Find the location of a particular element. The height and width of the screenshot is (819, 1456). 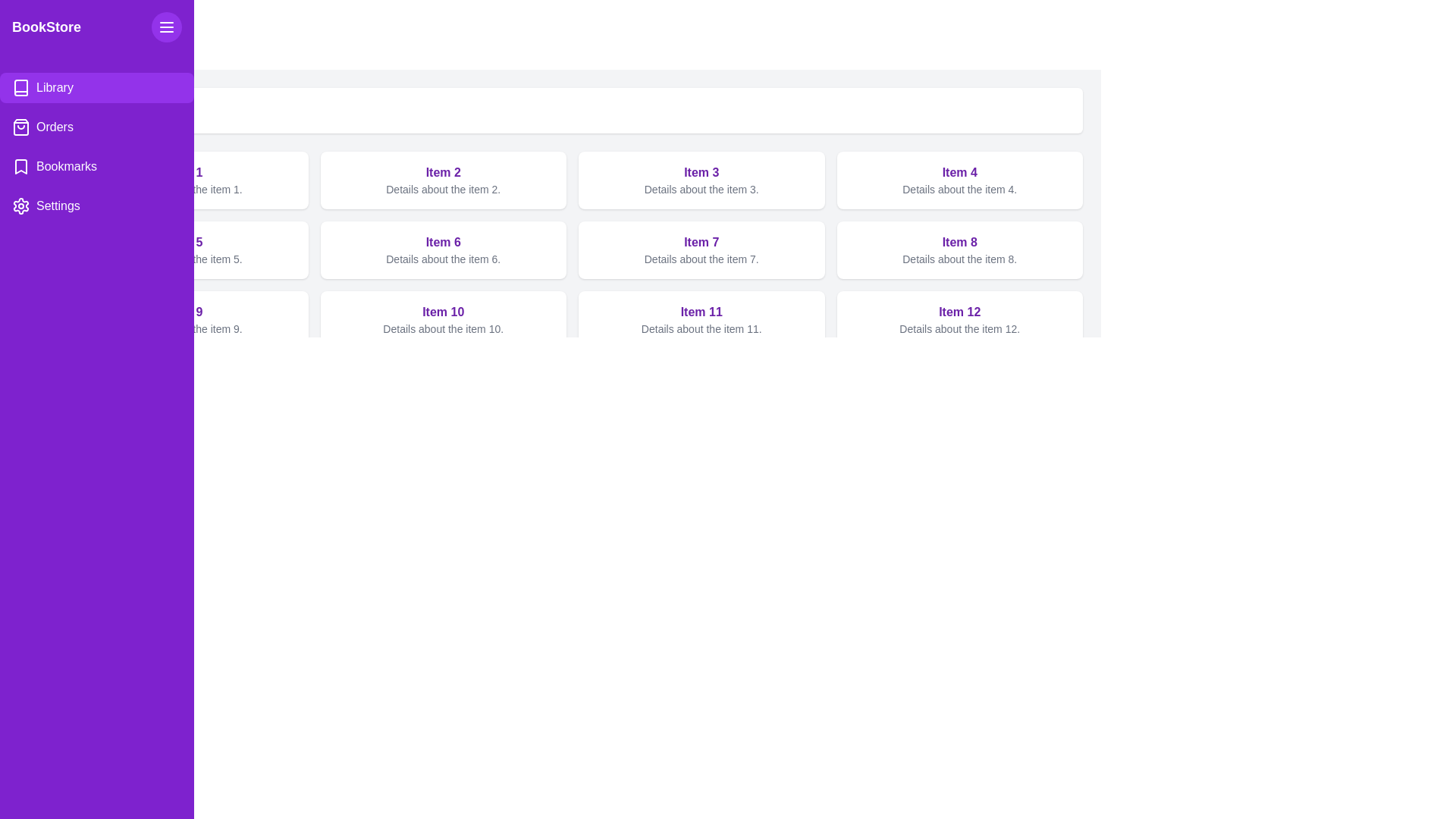

the 'Bookmarks' text label in the navigation menu, which is styled in white sans-serif font on a purple background and is the third item in the list is located at coordinates (65, 166).